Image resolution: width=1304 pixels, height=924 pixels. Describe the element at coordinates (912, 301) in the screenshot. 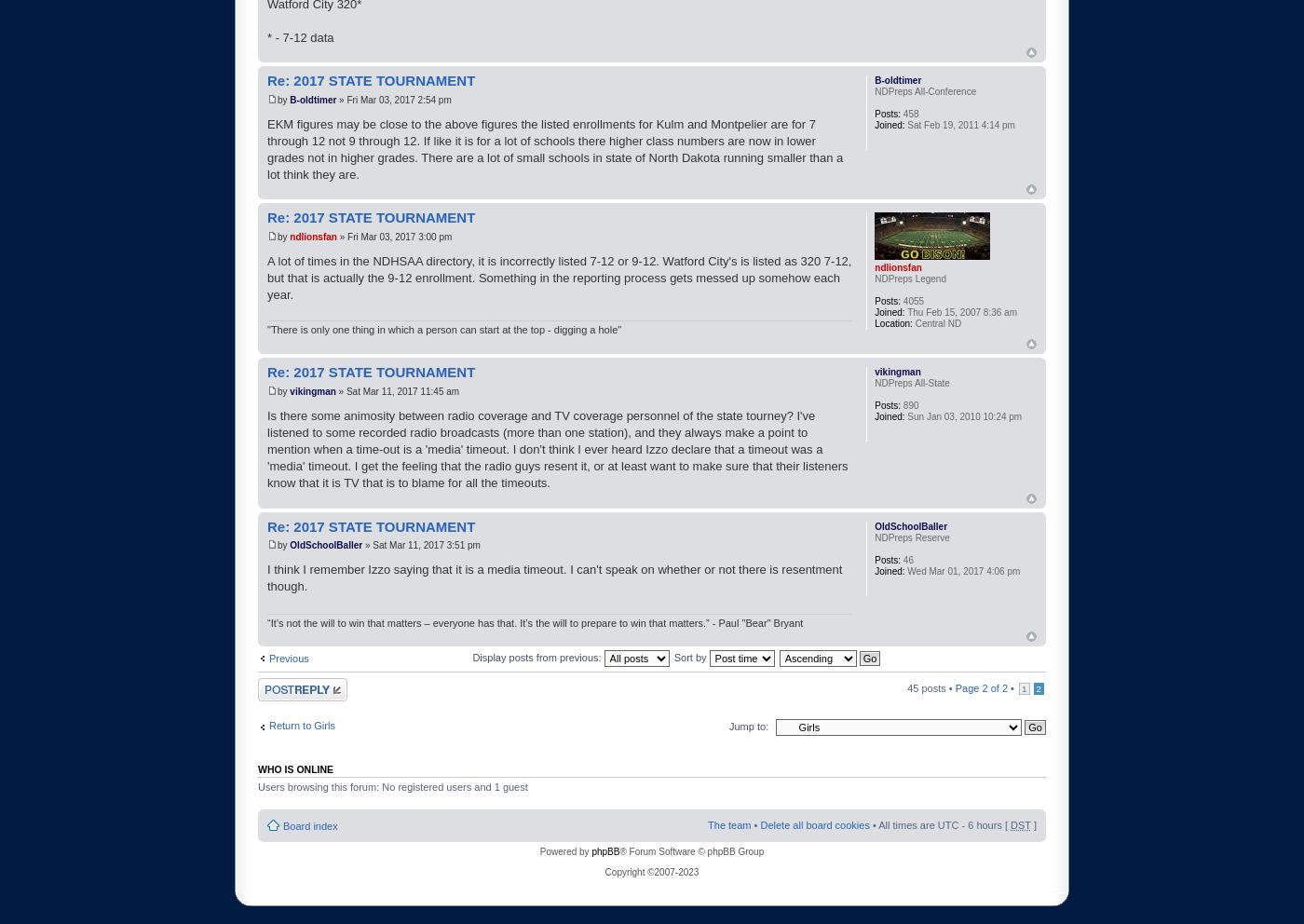

I see `'4055'` at that location.